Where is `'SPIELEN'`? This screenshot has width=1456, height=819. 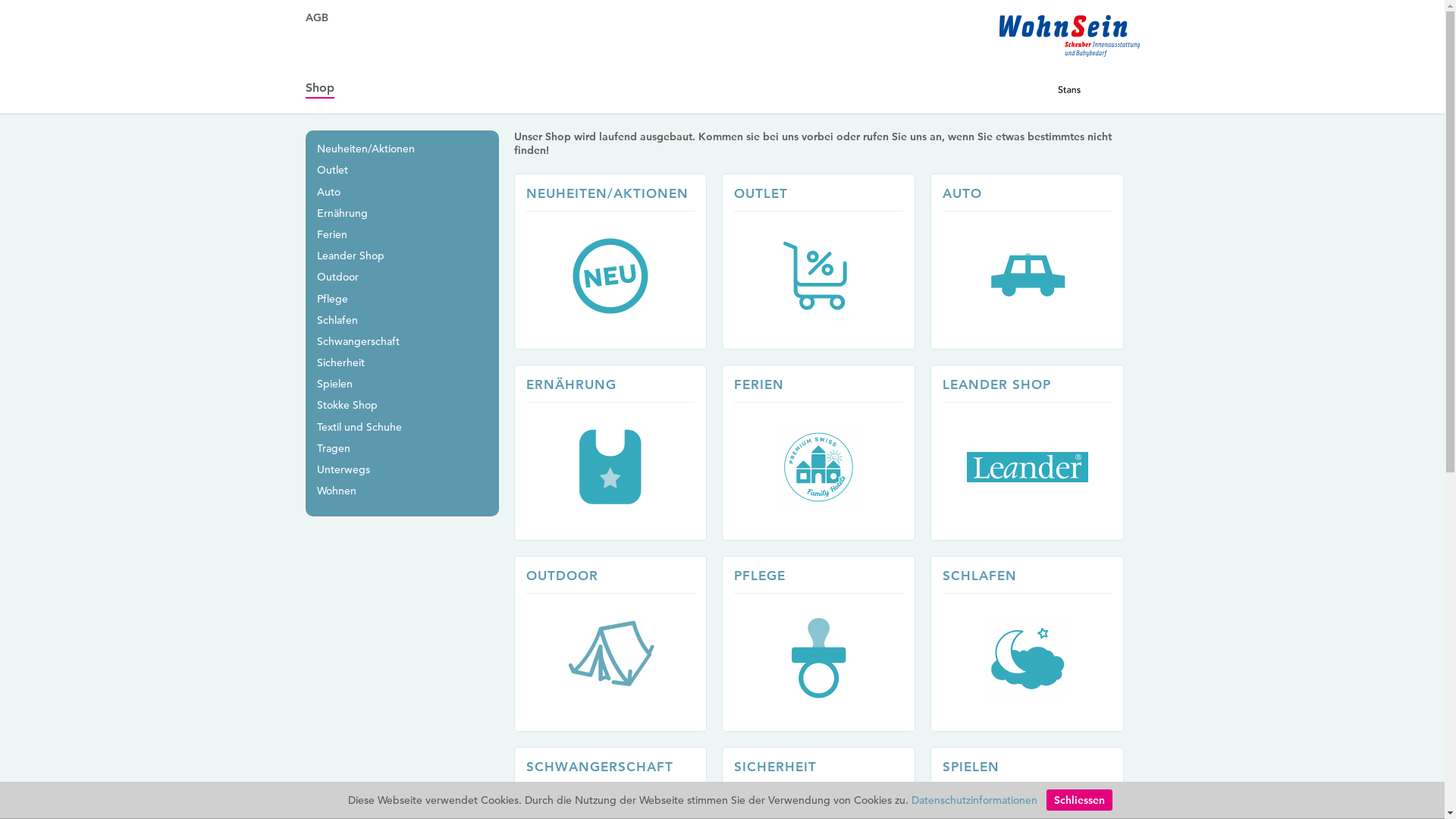
'SPIELEN' is located at coordinates (971, 766).